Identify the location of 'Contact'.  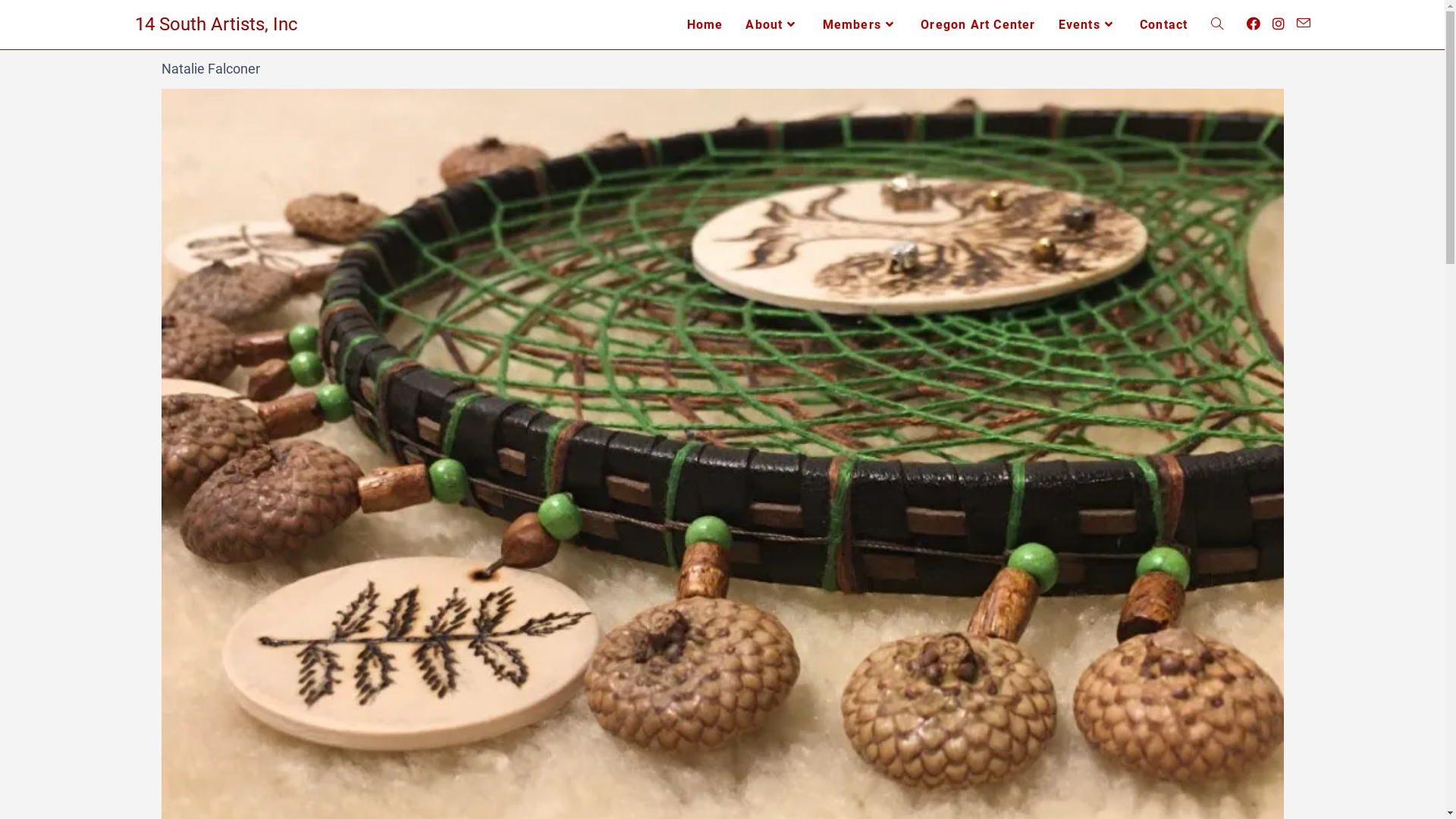
(1163, 24).